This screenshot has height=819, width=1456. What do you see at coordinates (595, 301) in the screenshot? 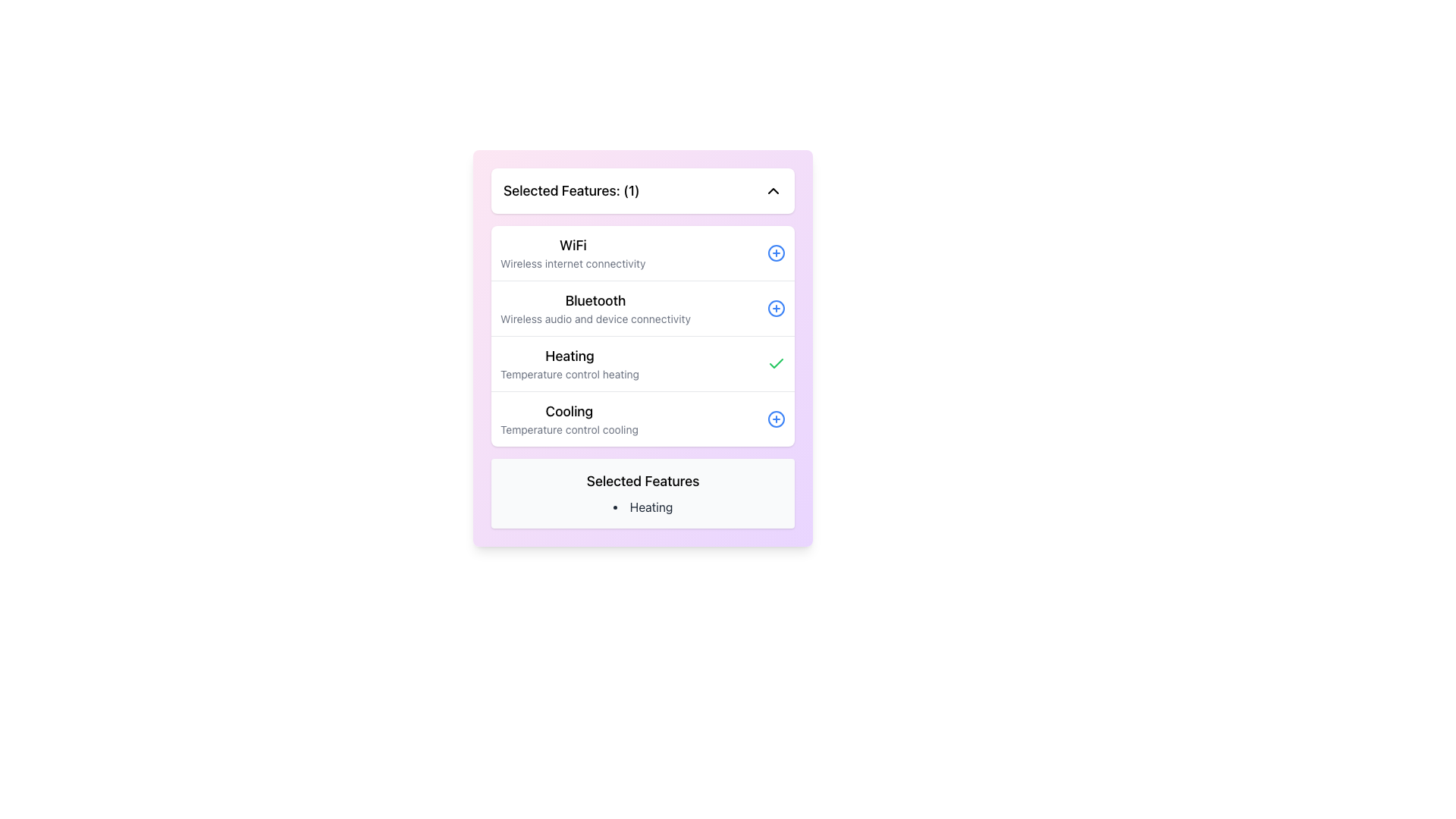
I see `feature label associated with the bold text label 'Bluetooth' which is the second item in a vertical list layout` at bounding box center [595, 301].